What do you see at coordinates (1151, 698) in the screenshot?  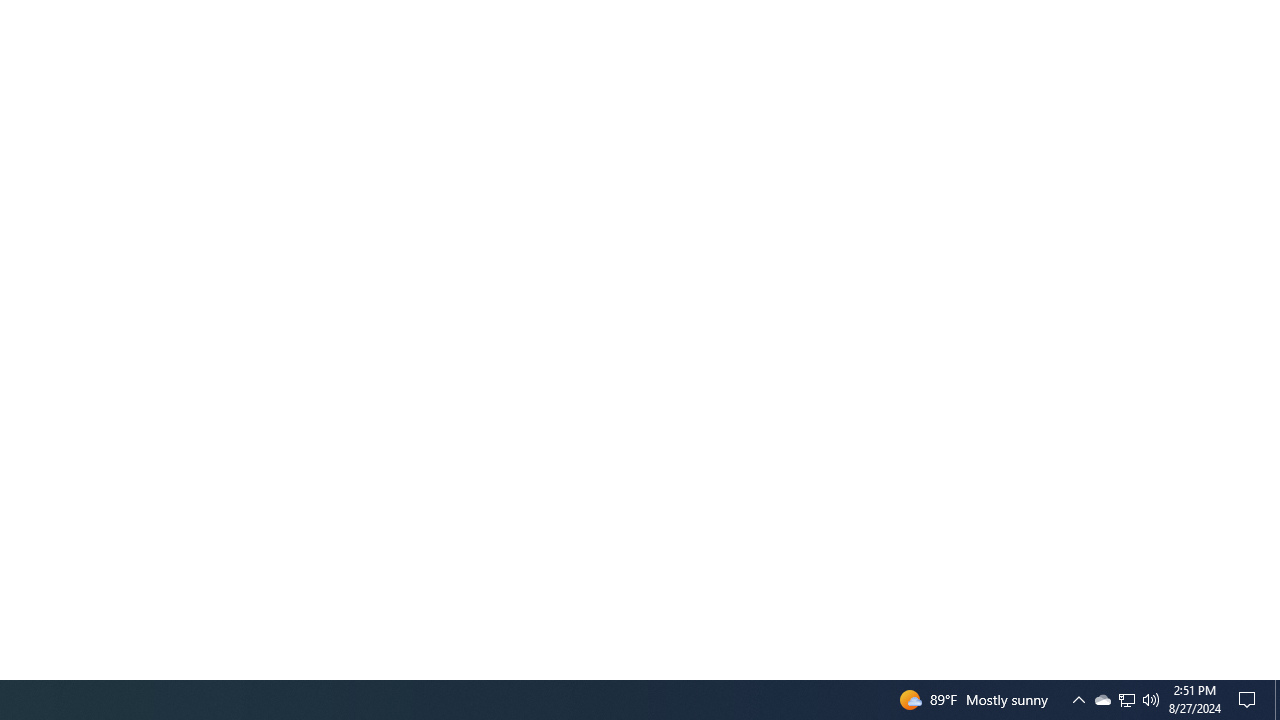 I see `'Q2790: 100%'` at bounding box center [1151, 698].